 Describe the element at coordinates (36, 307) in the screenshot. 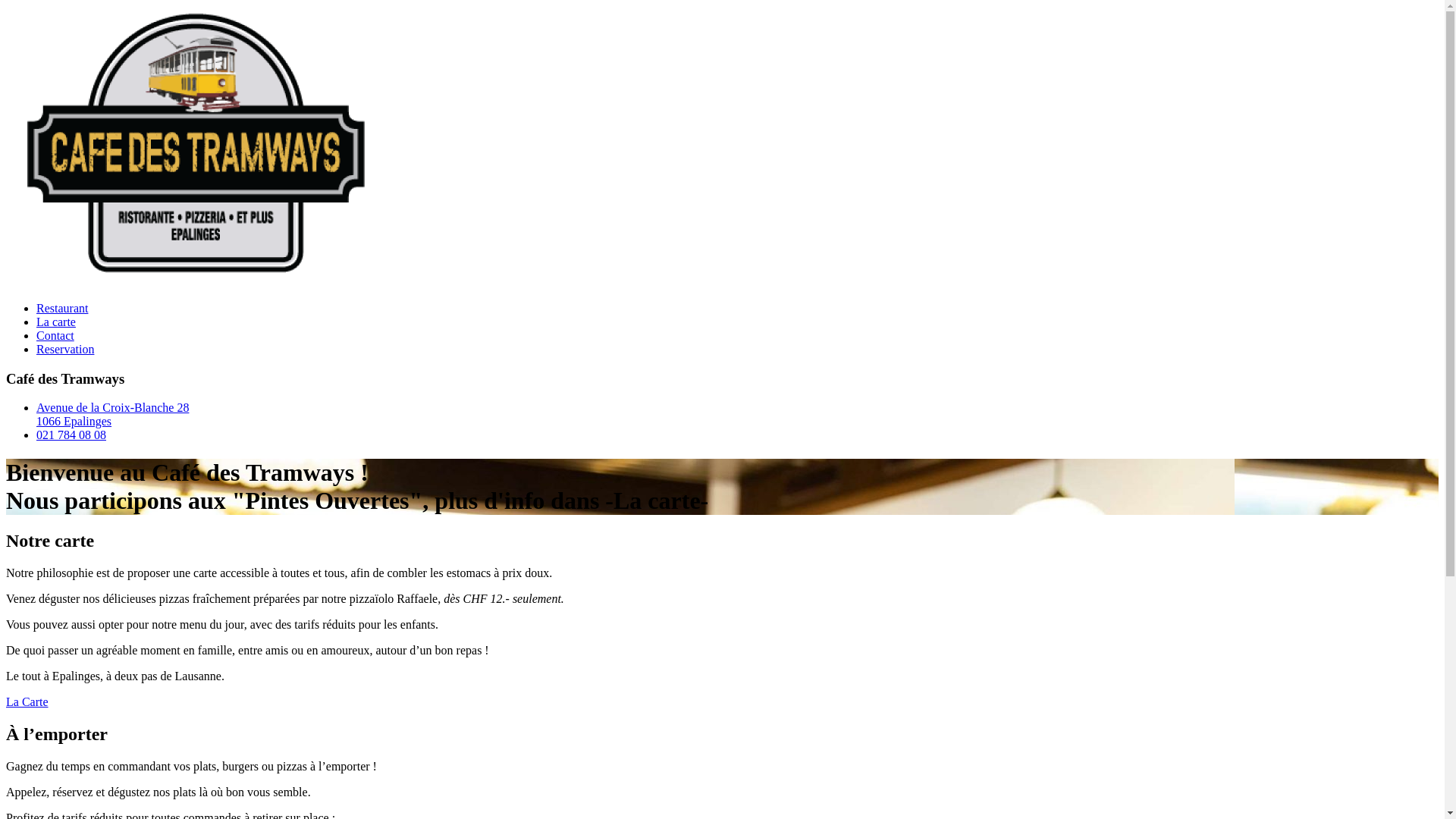

I see `'Restaurant'` at that location.